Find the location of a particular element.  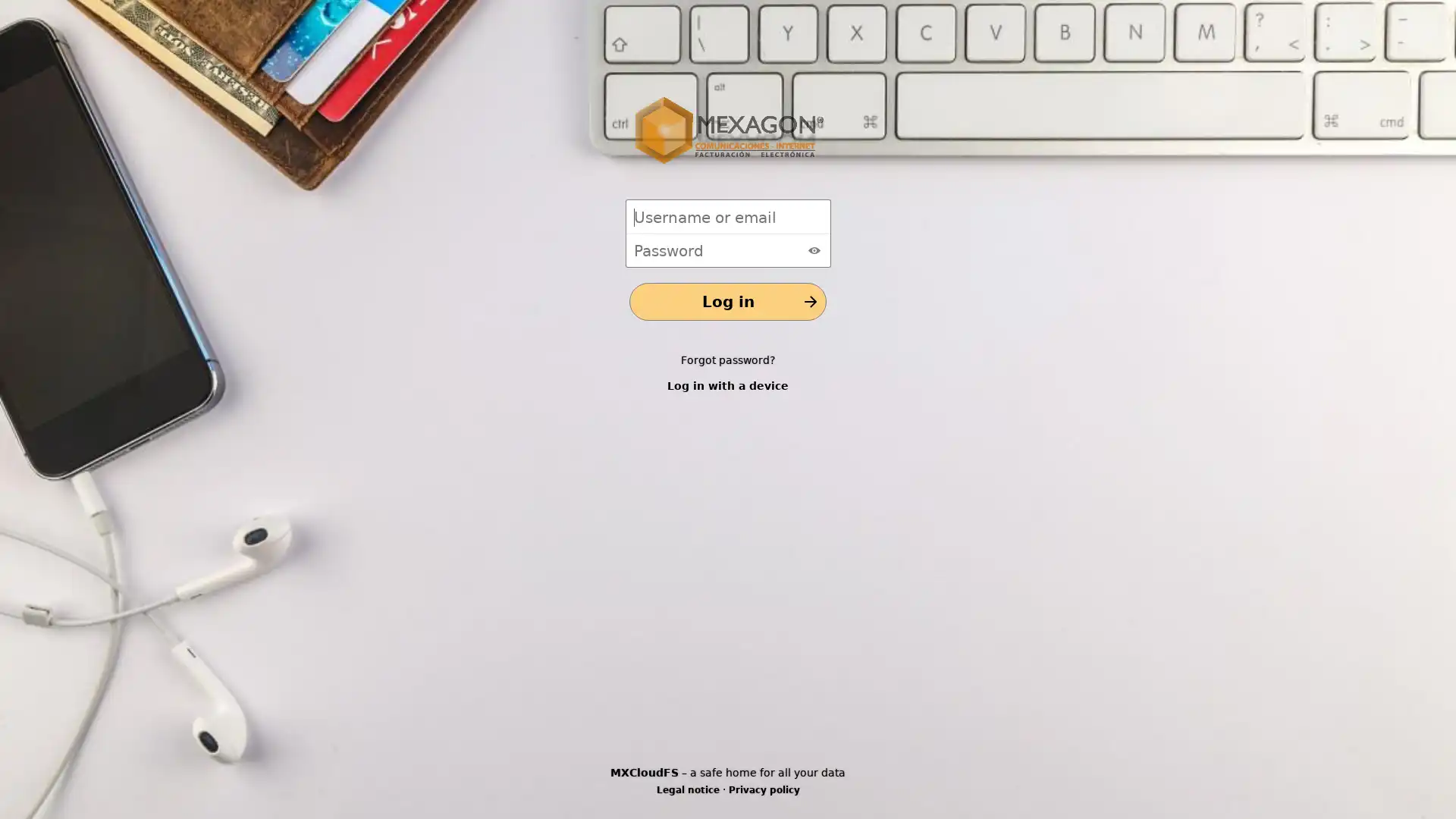

Log in is located at coordinates (728, 301).